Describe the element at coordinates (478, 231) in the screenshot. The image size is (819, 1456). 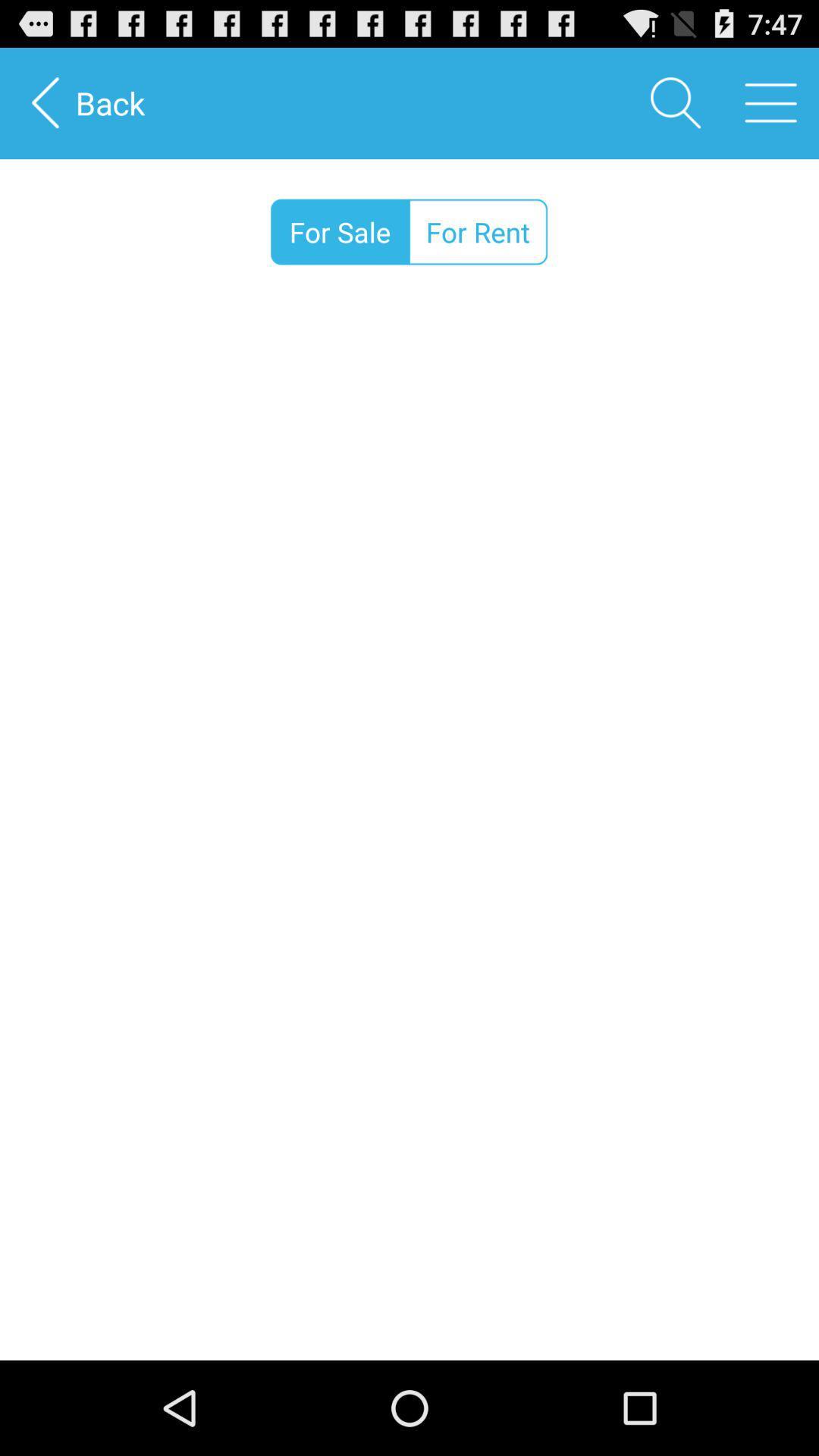
I see `the icon next to the for sale icon` at that location.